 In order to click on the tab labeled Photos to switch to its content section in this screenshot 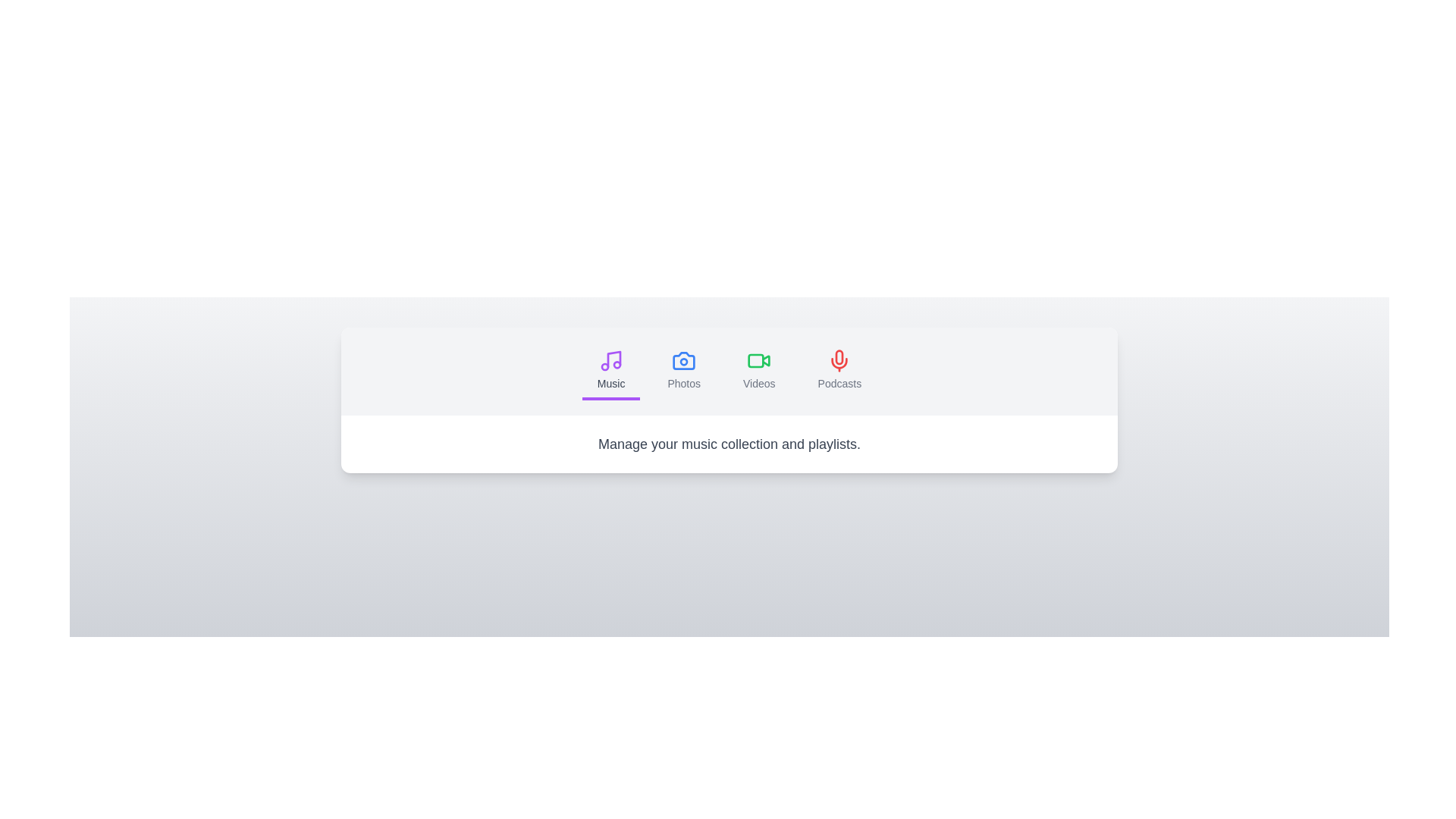, I will do `click(683, 371)`.